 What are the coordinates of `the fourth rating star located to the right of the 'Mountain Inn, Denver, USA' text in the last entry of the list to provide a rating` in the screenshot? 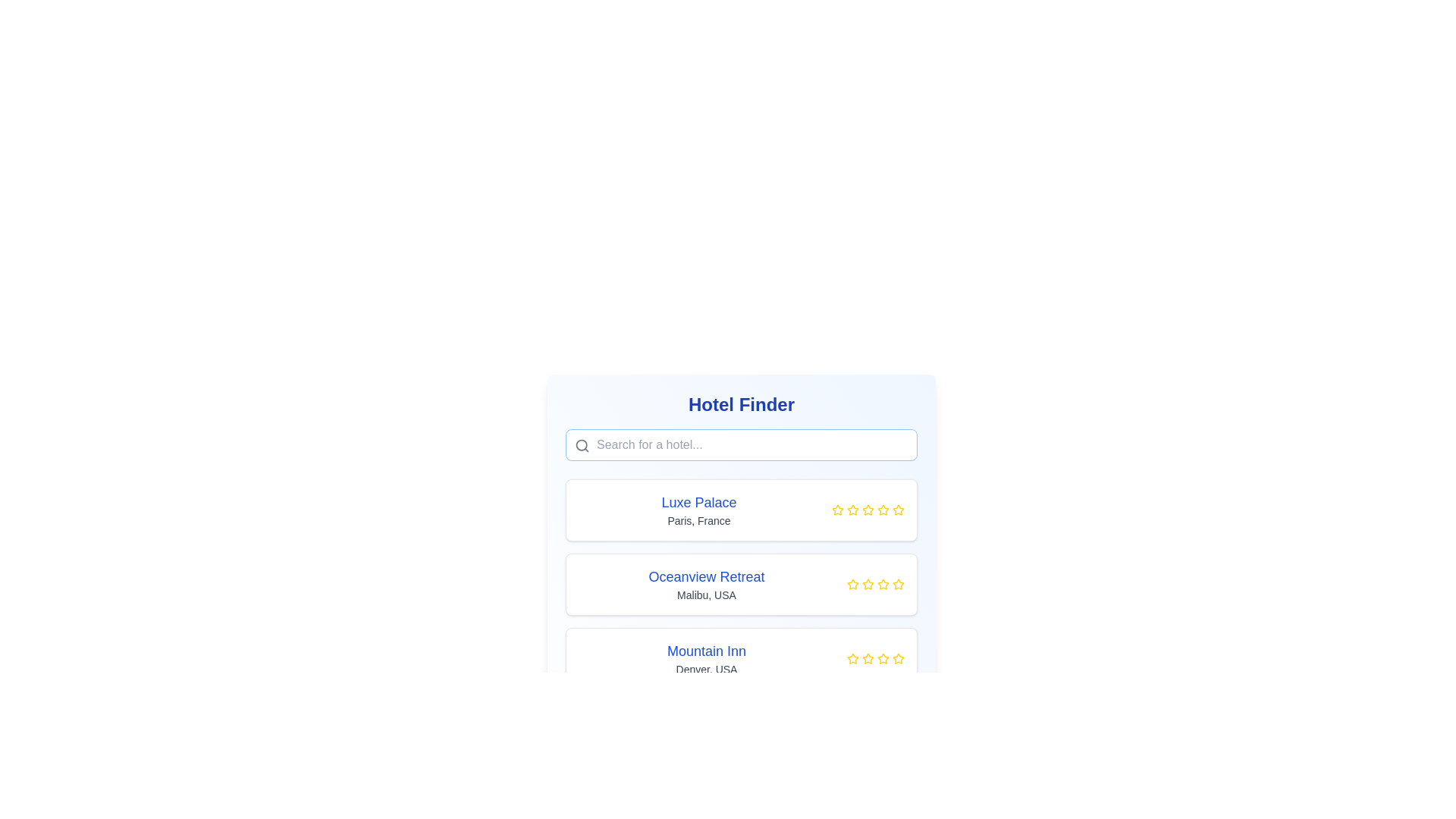 It's located at (883, 657).